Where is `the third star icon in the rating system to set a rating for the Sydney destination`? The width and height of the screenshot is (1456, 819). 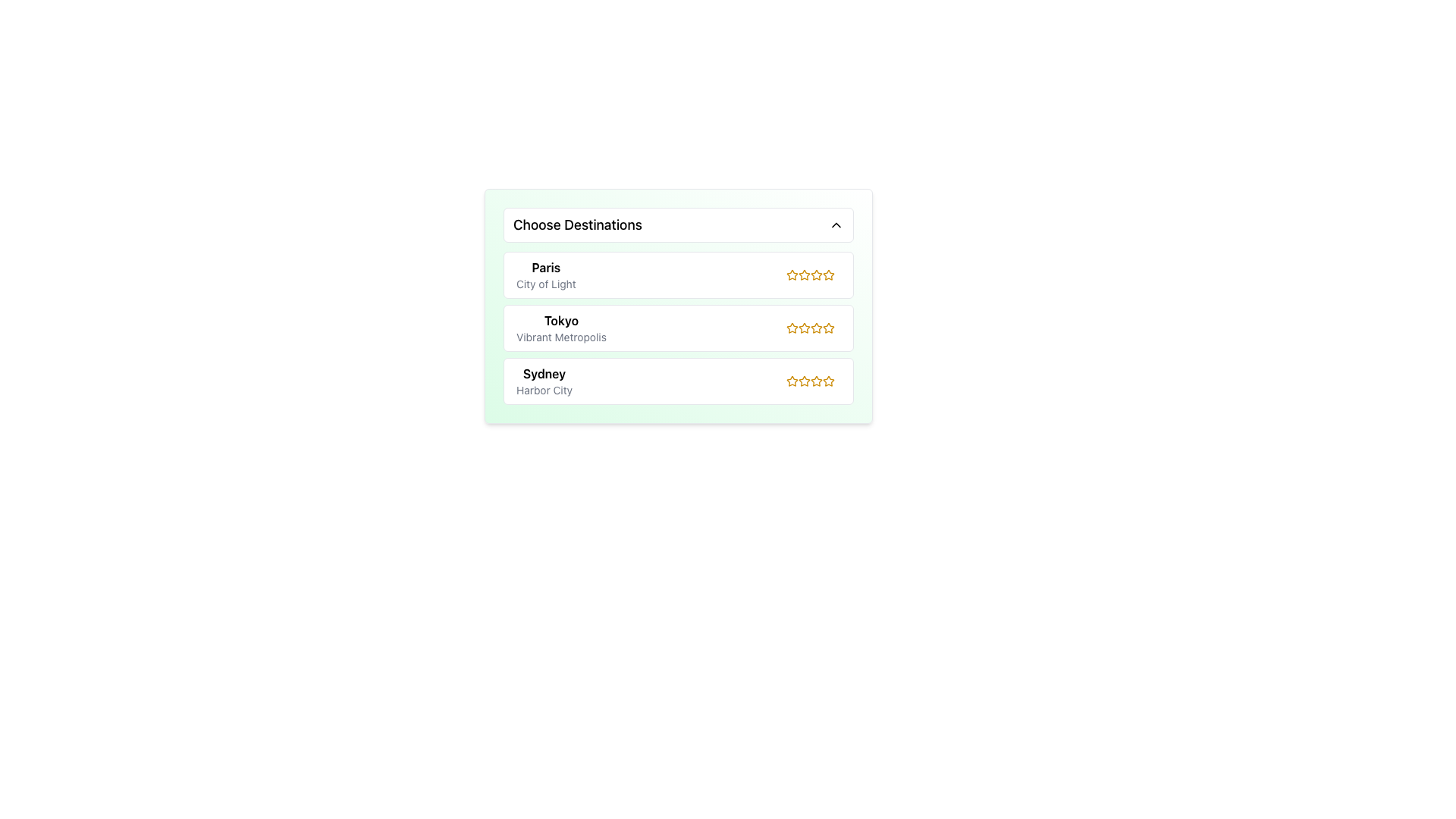 the third star icon in the rating system to set a rating for the Sydney destination is located at coordinates (803, 380).